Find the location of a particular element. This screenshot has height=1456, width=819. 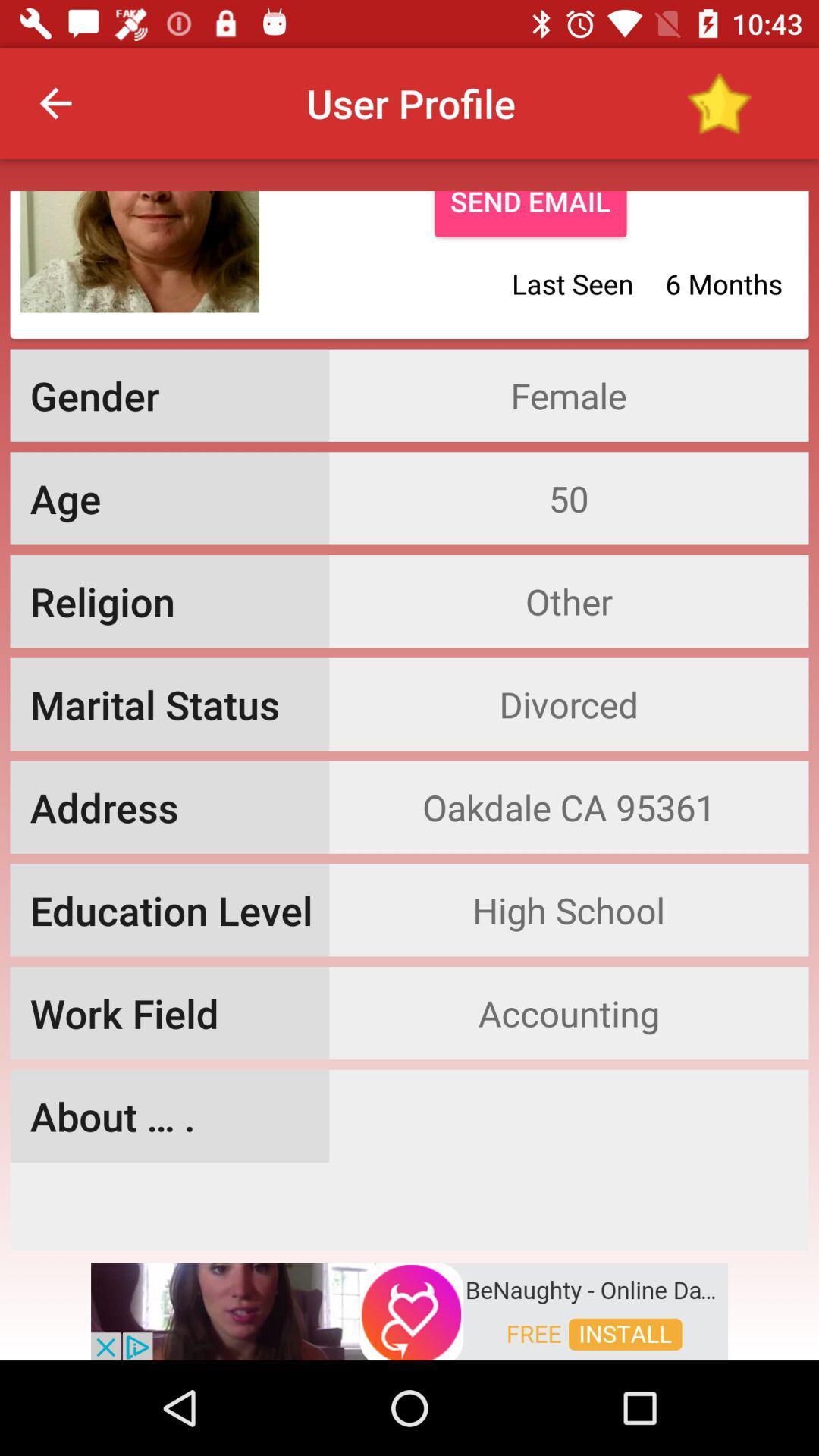

the symbol which is to the right of user profile is located at coordinates (718, 102).